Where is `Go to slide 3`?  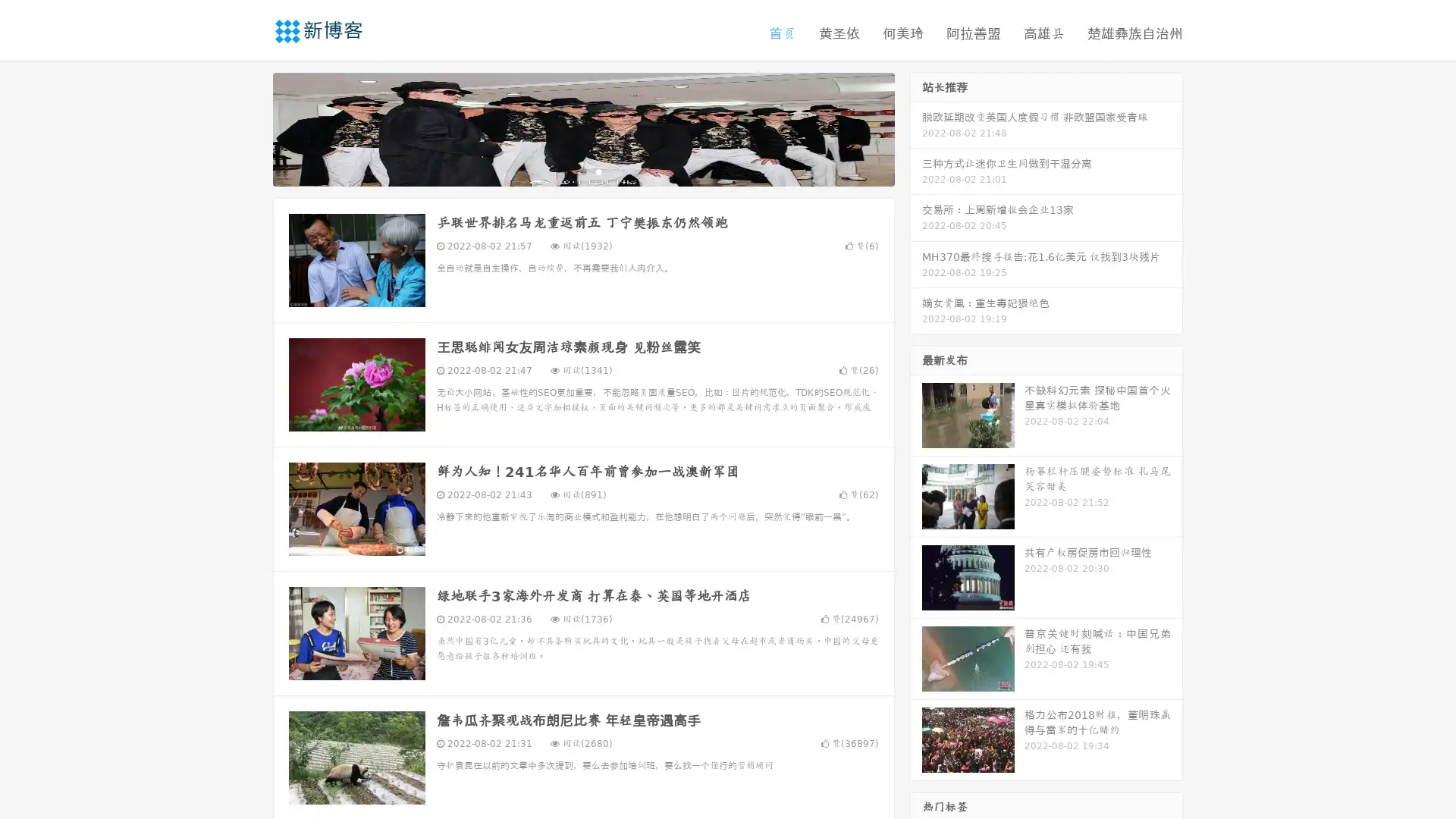 Go to slide 3 is located at coordinates (598, 171).